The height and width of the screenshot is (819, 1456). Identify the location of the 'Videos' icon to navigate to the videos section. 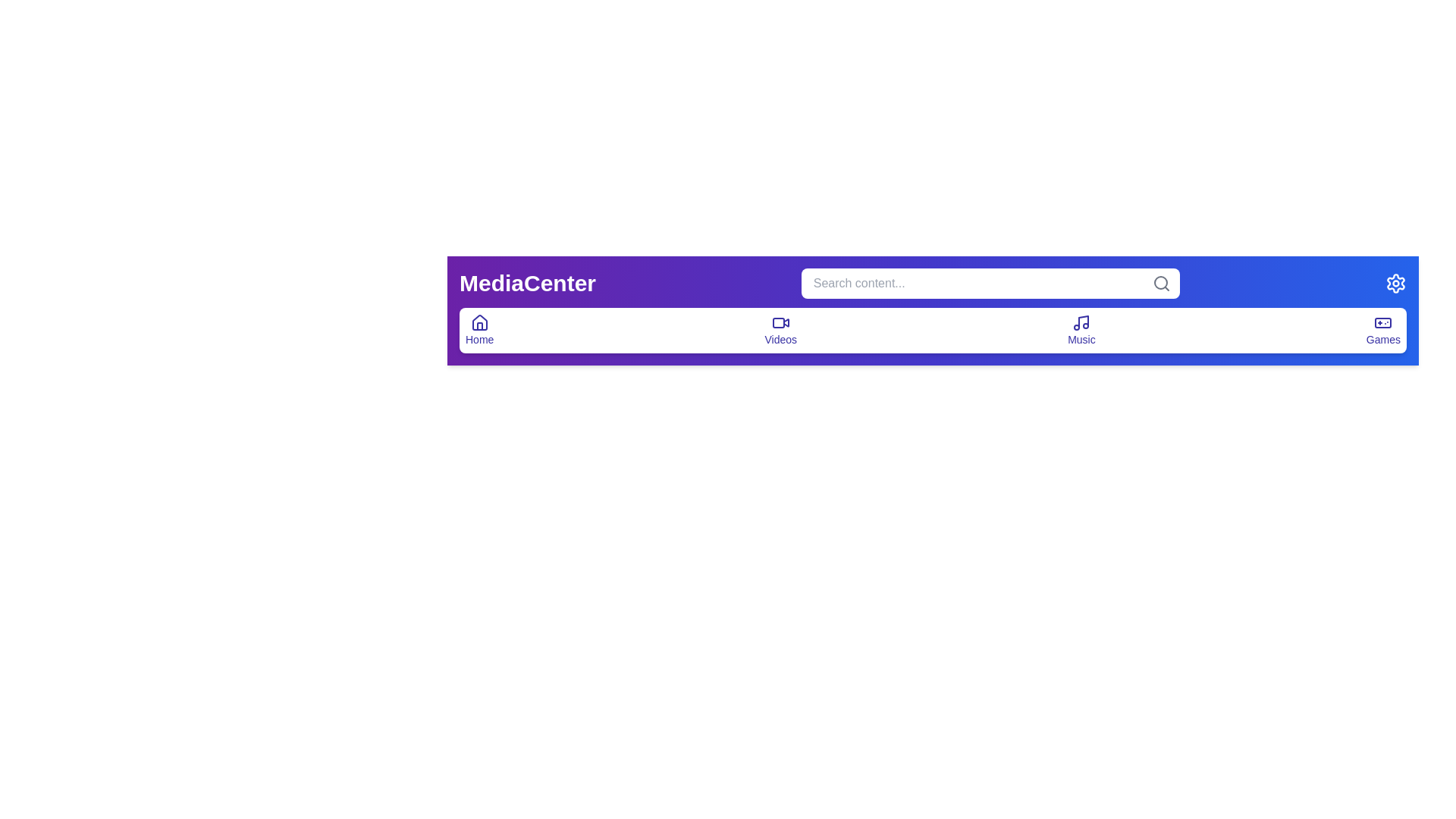
(780, 329).